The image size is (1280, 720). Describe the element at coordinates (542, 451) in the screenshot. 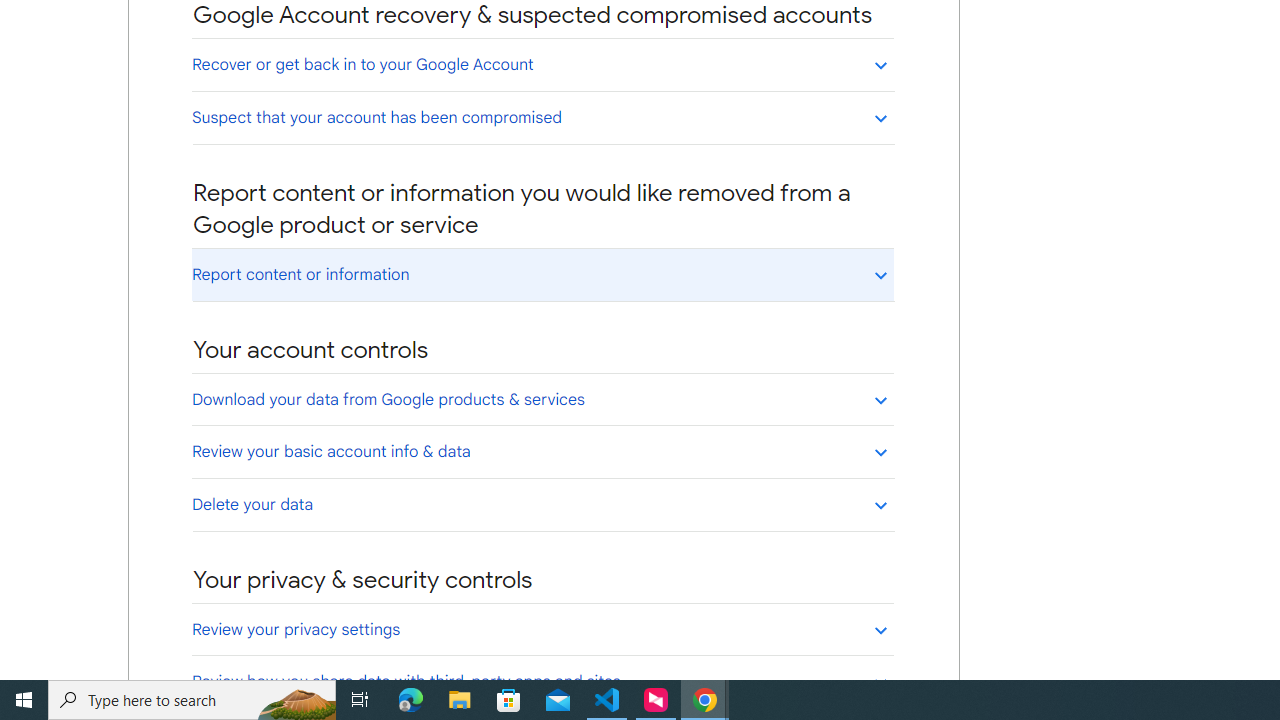

I see `'Review your basic account info & data'` at that location.